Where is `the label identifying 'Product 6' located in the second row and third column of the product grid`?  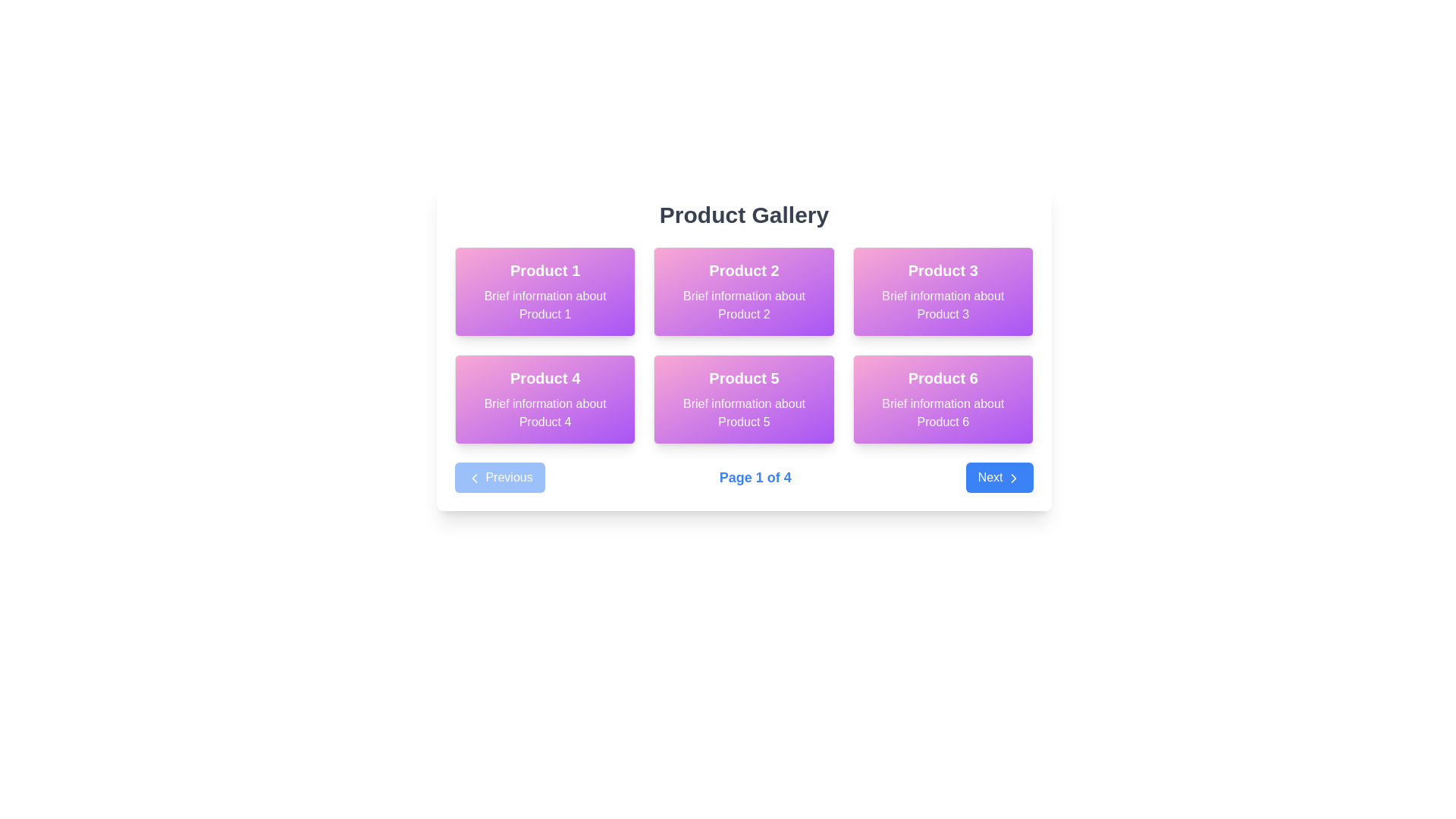 the label identifying 'Product 6' located in the second row and third column of the product grid is located at coordinates (942, 377).